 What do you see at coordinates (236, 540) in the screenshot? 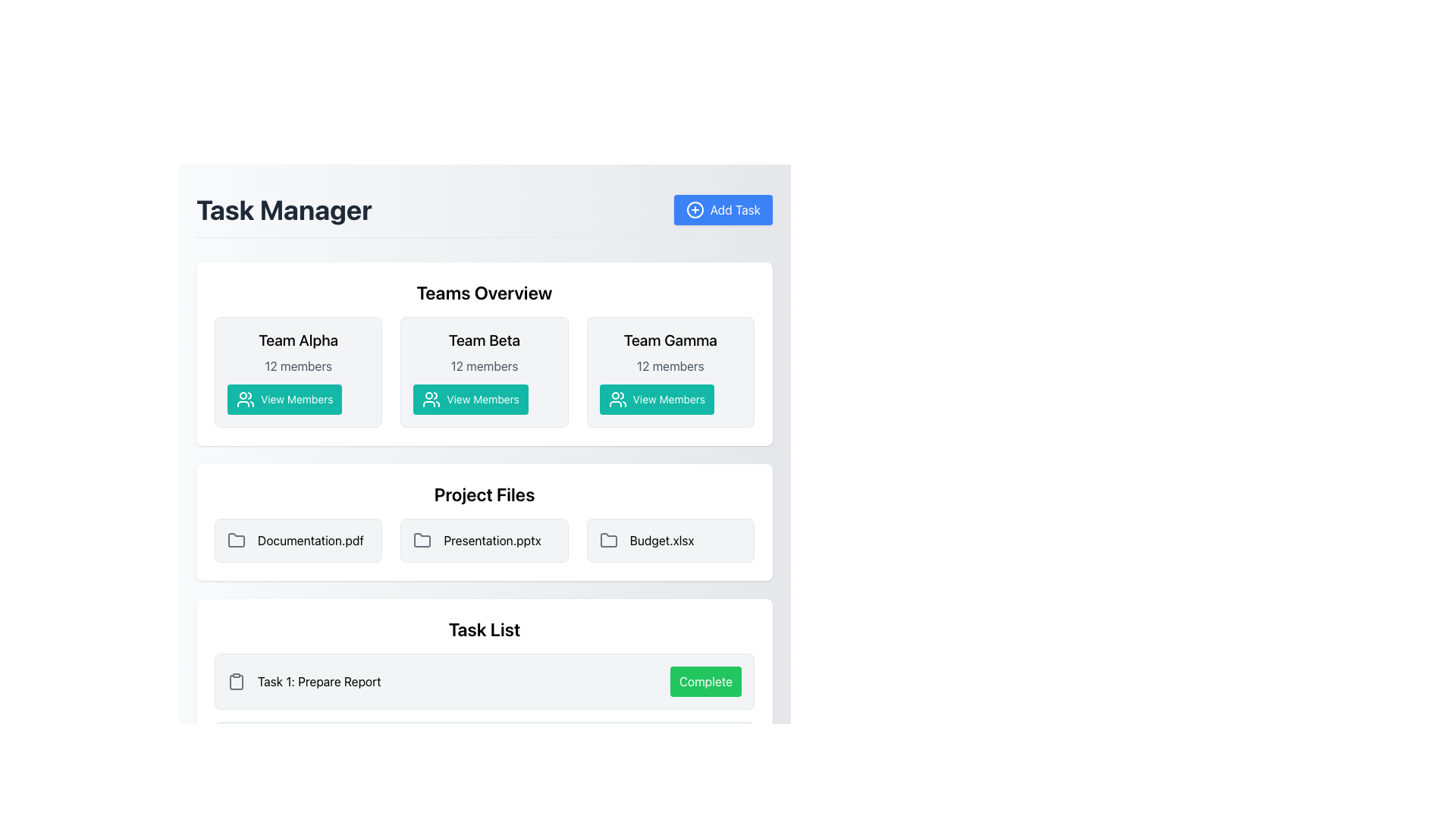
I see `the gray folder icon with rounded edges associated with the file labeled 'Documentation.pdf'` at bounding box center [236, 540].